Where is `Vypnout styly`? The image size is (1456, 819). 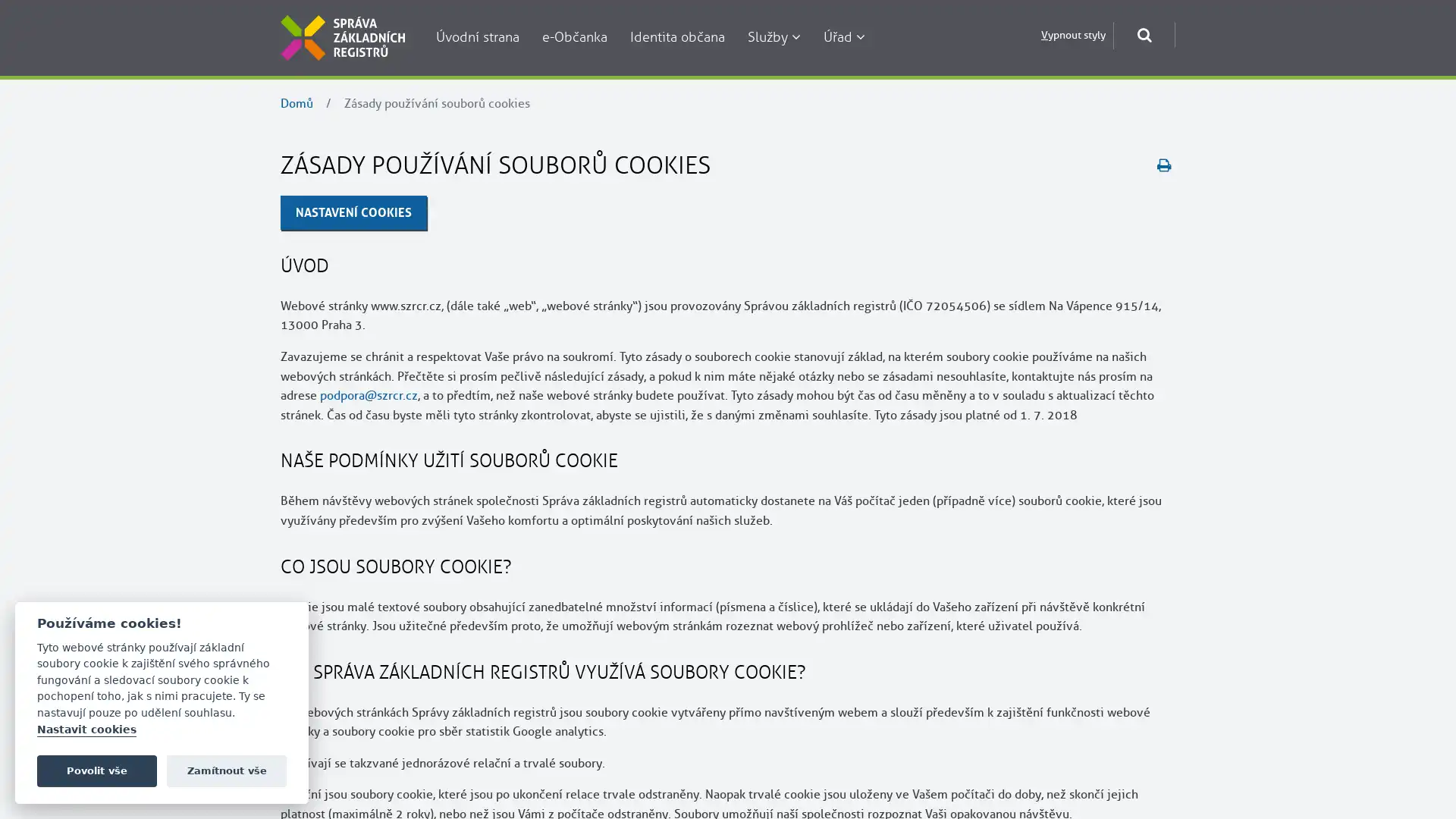
Vypnout styly is located at coordinates (1072, 34).